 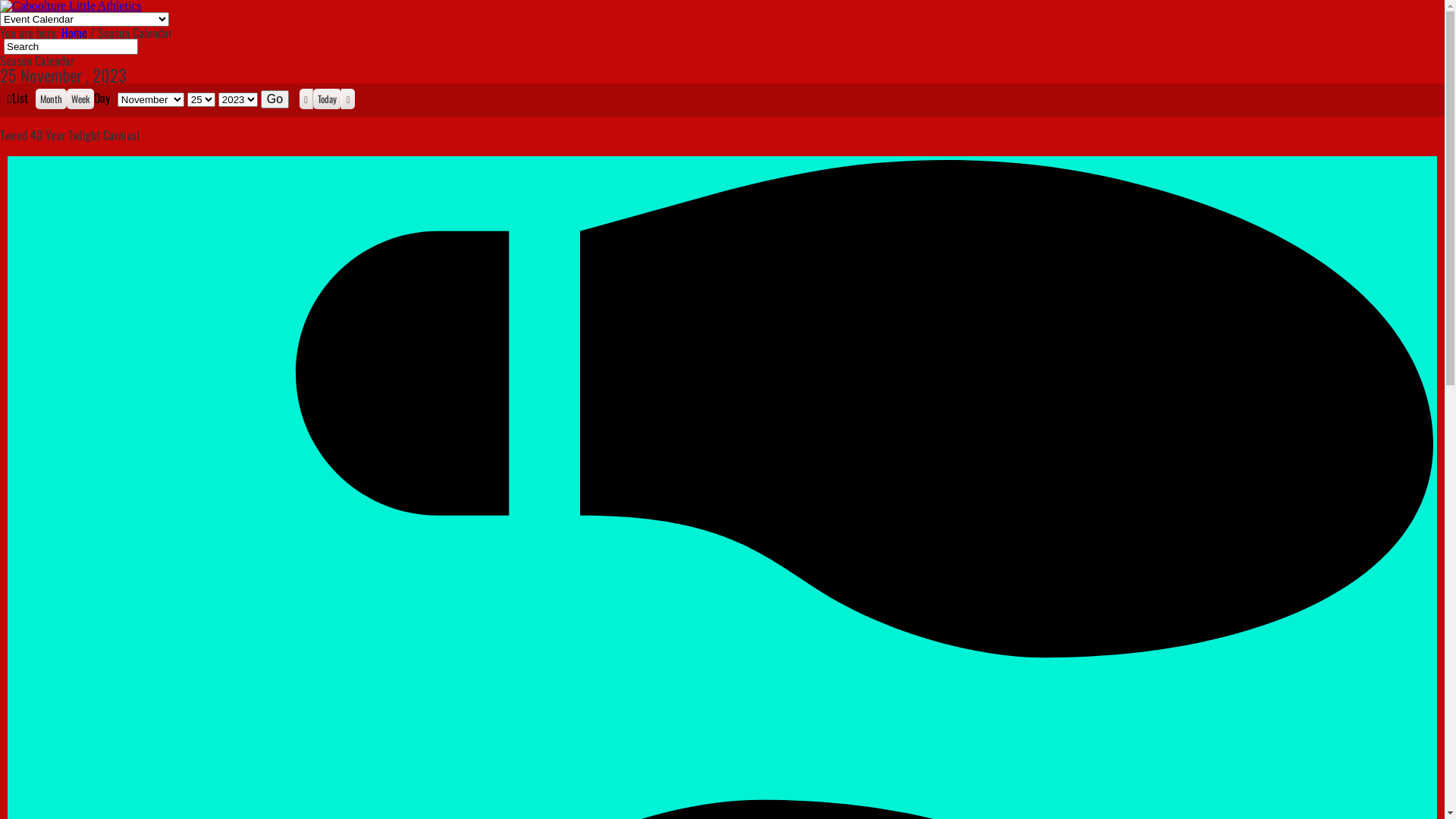 What do you see at coordinates (305, 99) in the screenshot?
I see `'Previous'` at bounding box center [305, 99].